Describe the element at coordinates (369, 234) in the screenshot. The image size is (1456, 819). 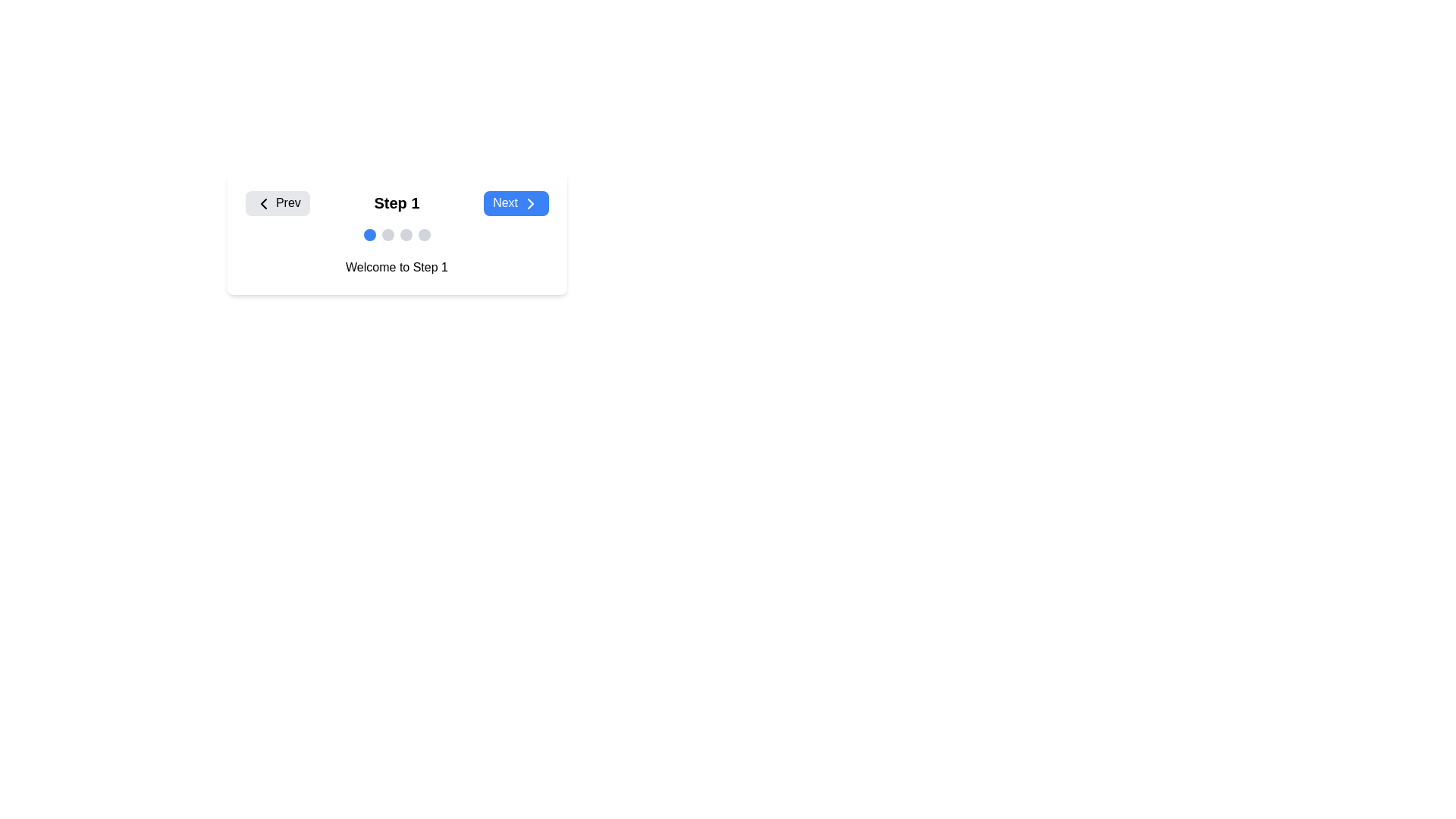
I see `the first circular progress indicator located below 'Step 1' and above 'Welcome to Step 1'` at that location.